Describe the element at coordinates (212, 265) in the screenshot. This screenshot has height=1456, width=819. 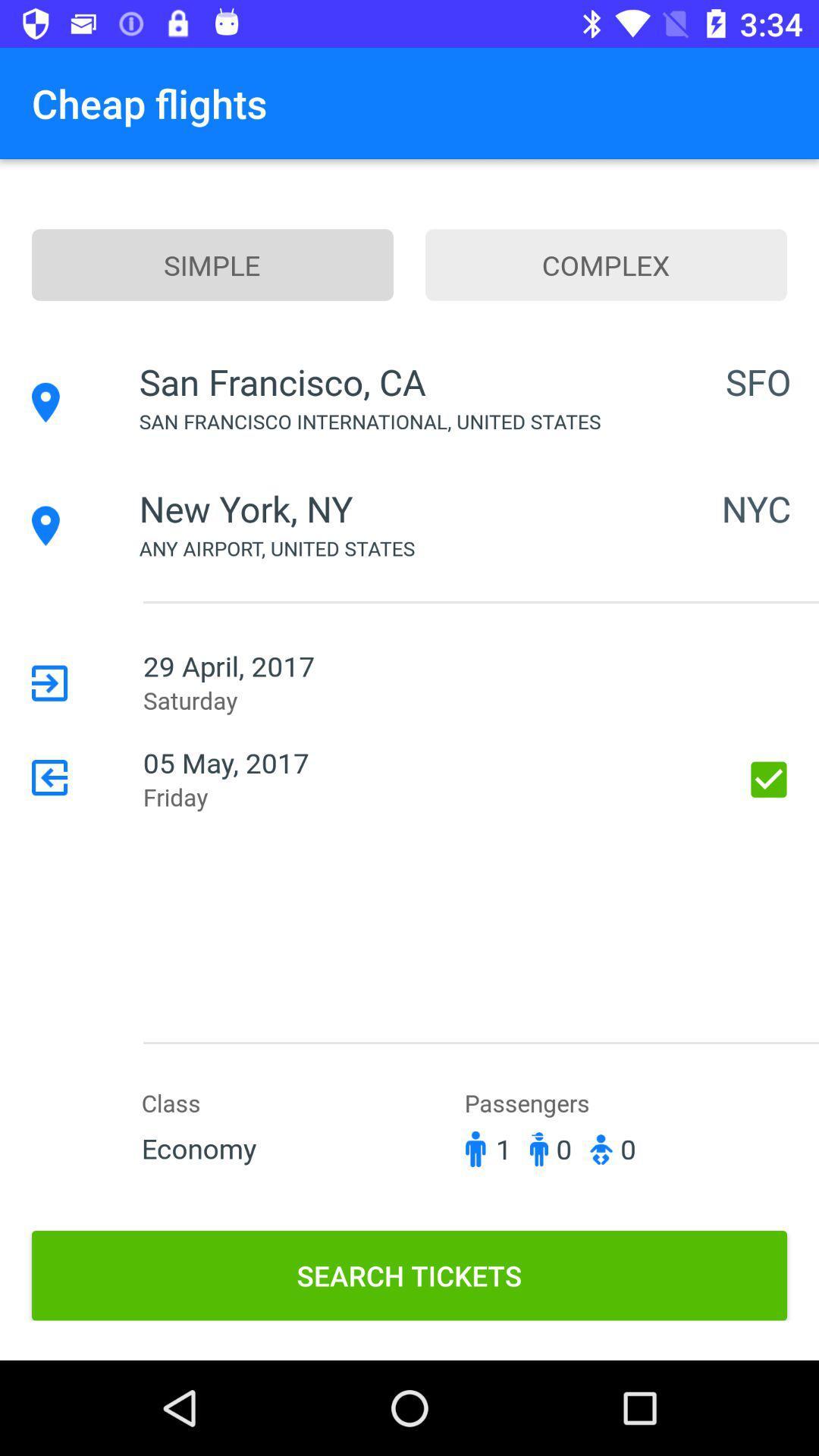
I see `simple` at that location.